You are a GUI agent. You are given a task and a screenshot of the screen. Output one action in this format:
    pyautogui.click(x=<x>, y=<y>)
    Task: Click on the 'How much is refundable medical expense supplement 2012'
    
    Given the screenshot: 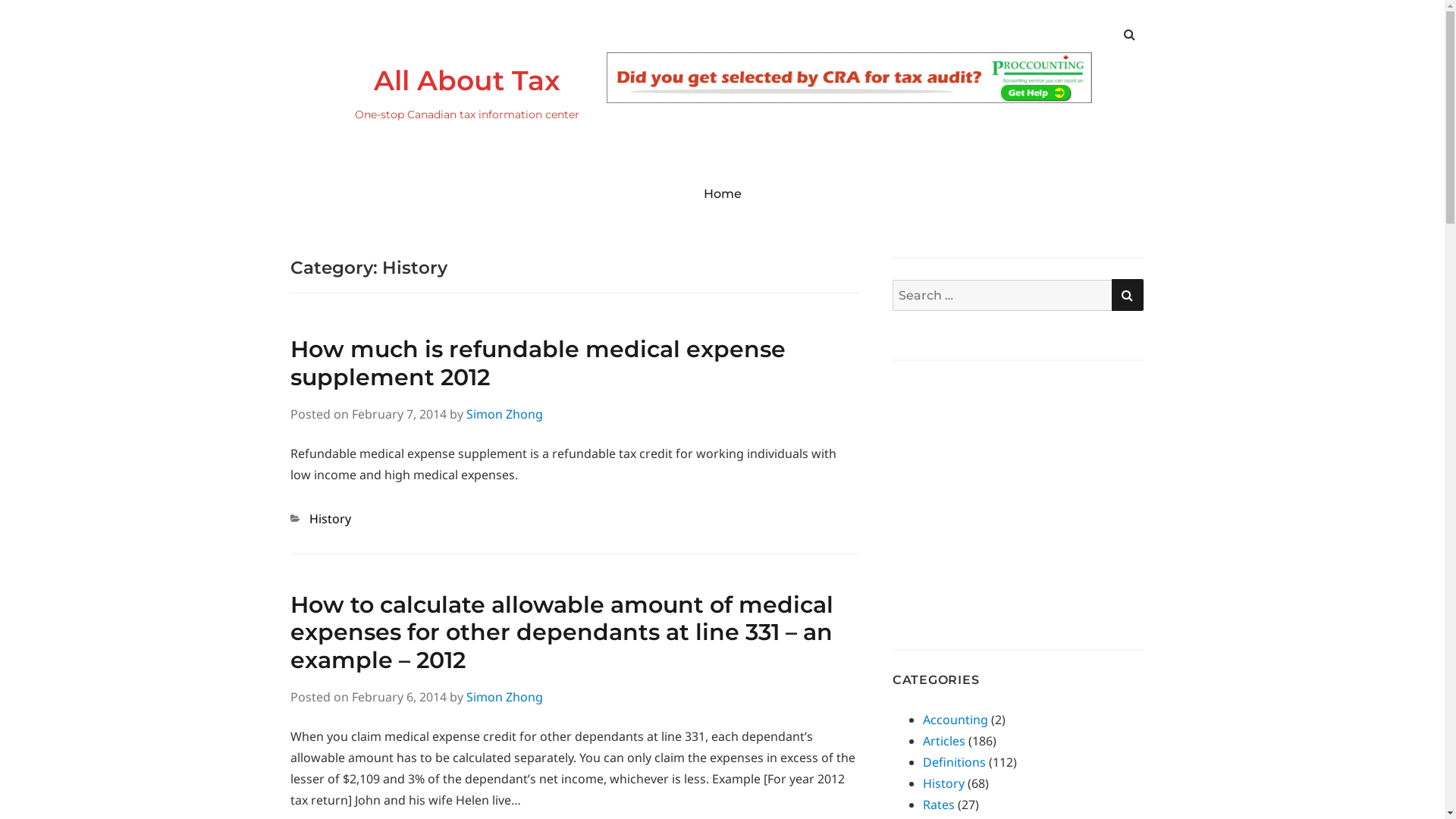 What is the action you would take?
    pyautogui.click(x=537, y=362)
    